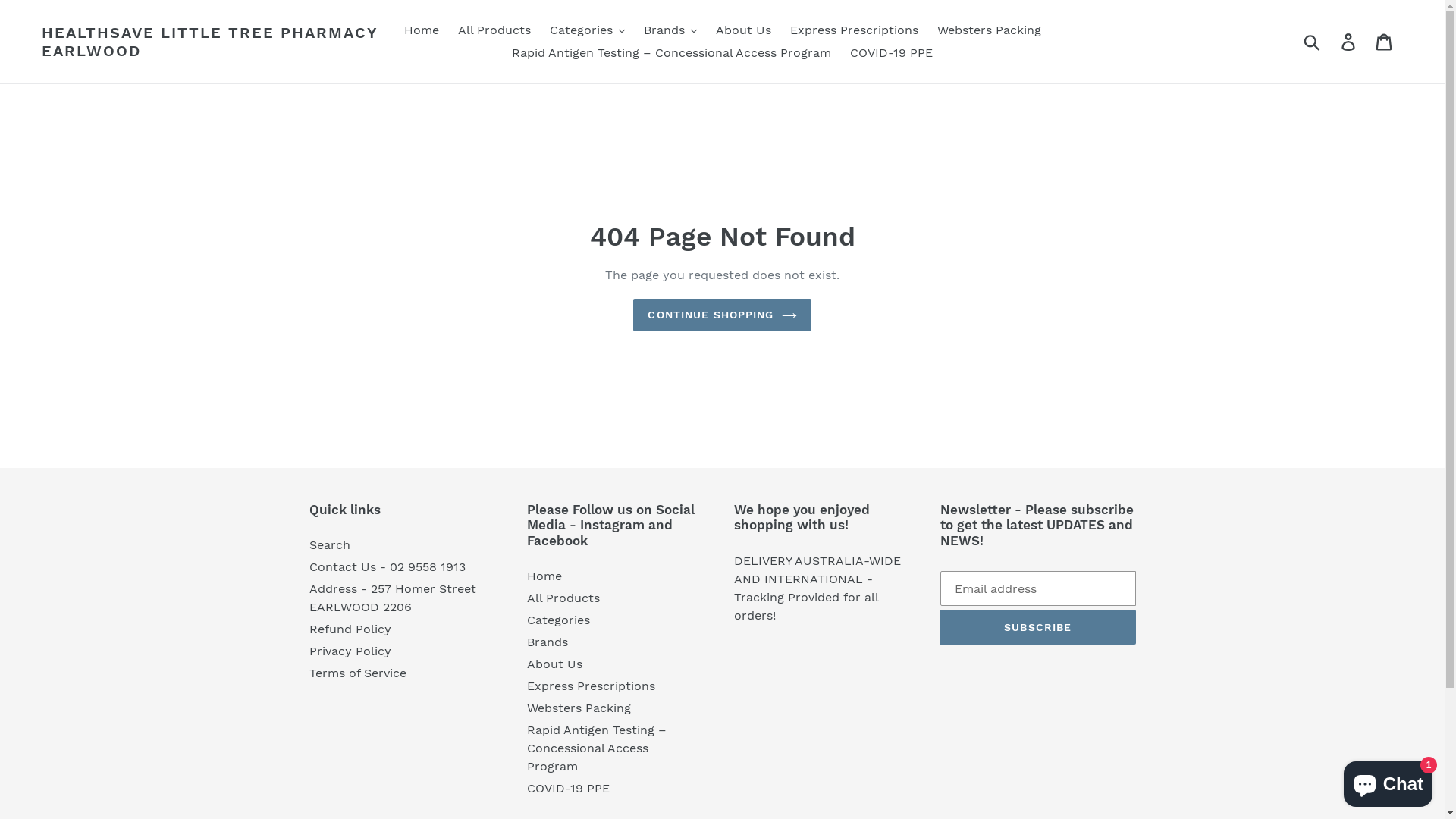 The image size is (1456, 819). Describe the element at coordinates (743, 30) in the screenshot. I see `'About Us'` at that location.